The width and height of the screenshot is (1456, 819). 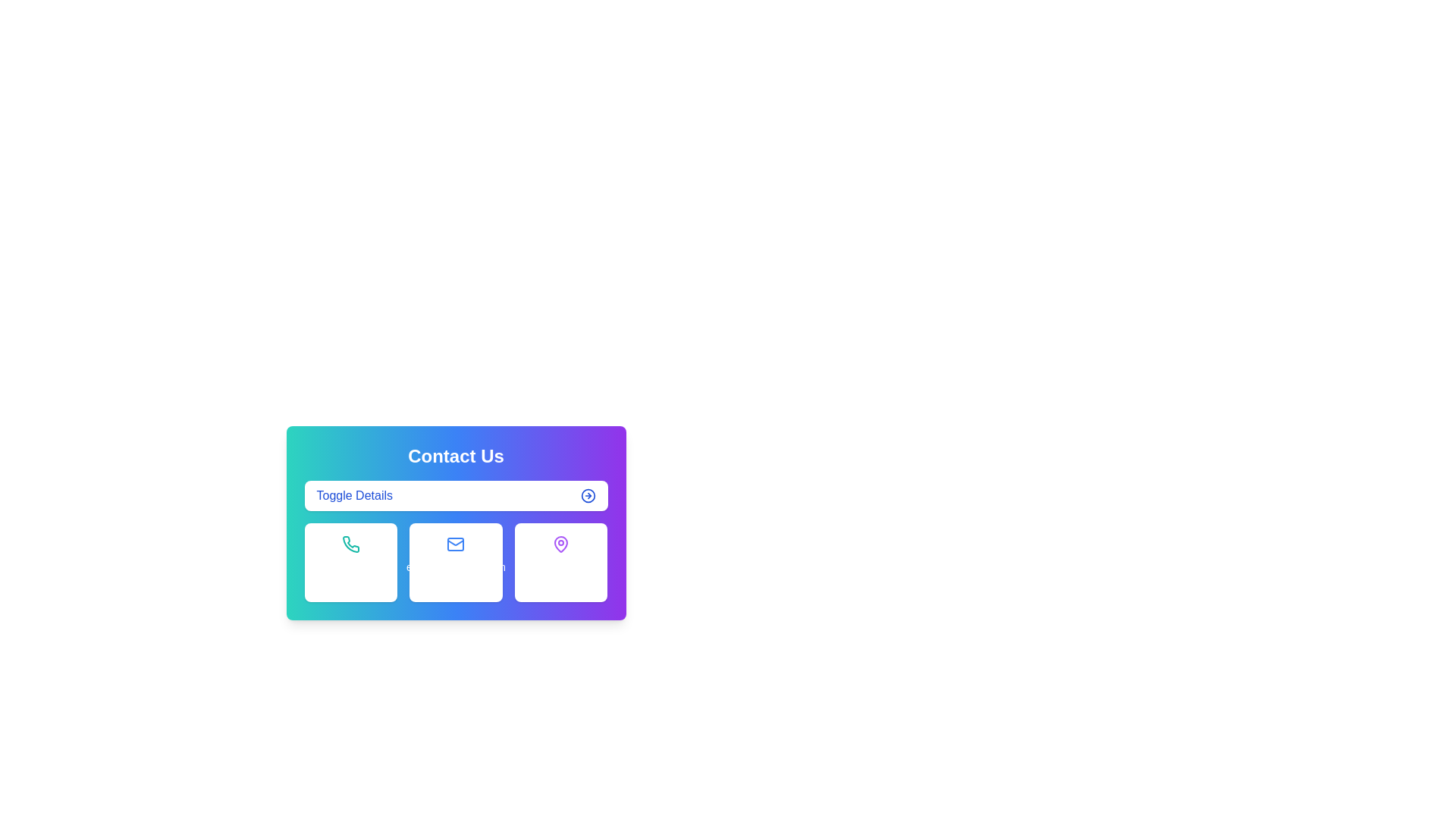 I want to click on the contact information section which displays phone number, email address, and location, so click(x=455, y=607).